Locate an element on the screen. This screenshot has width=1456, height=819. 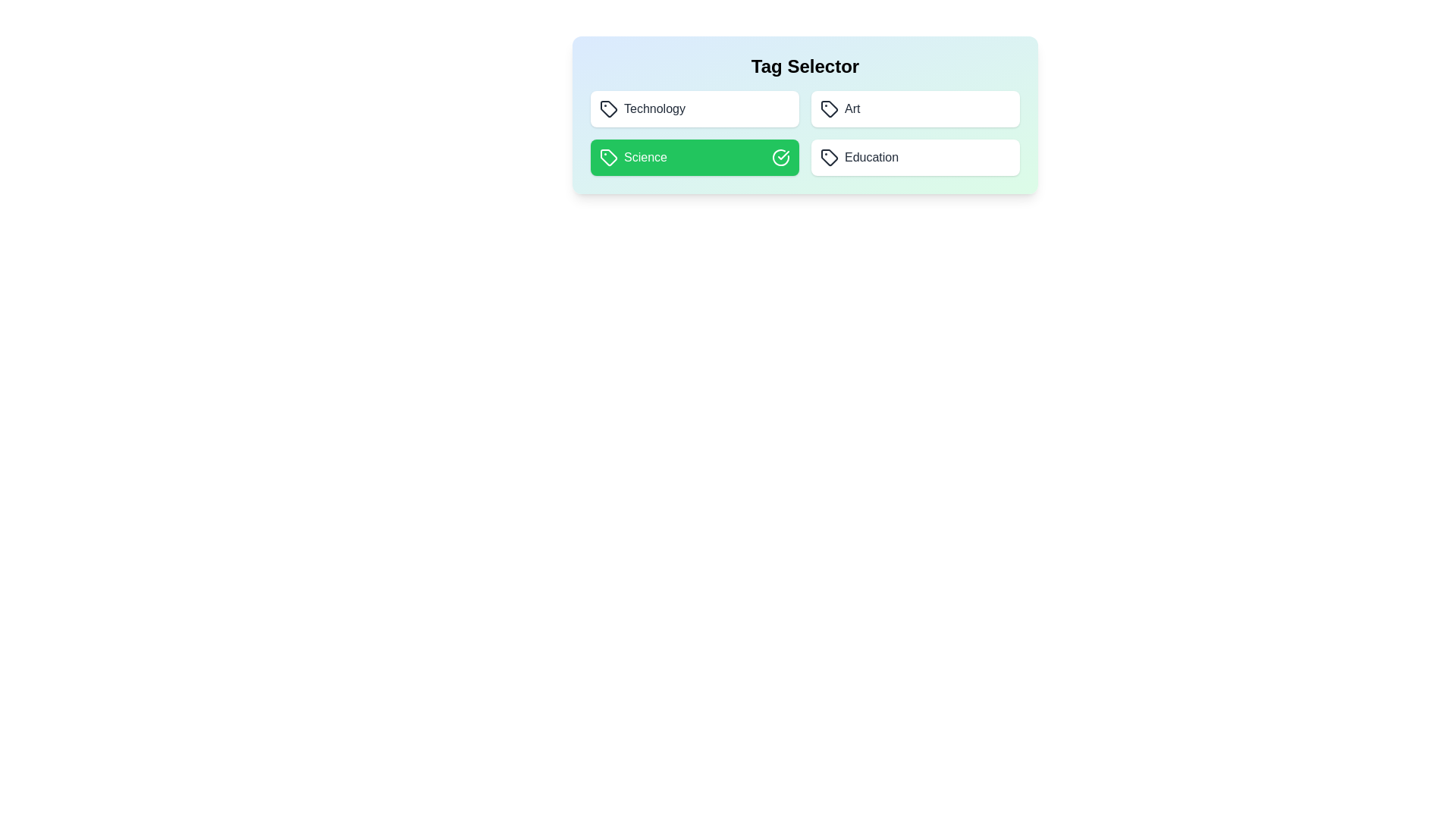
the tag Science by clicking on it is located at coordinates (694, 158).